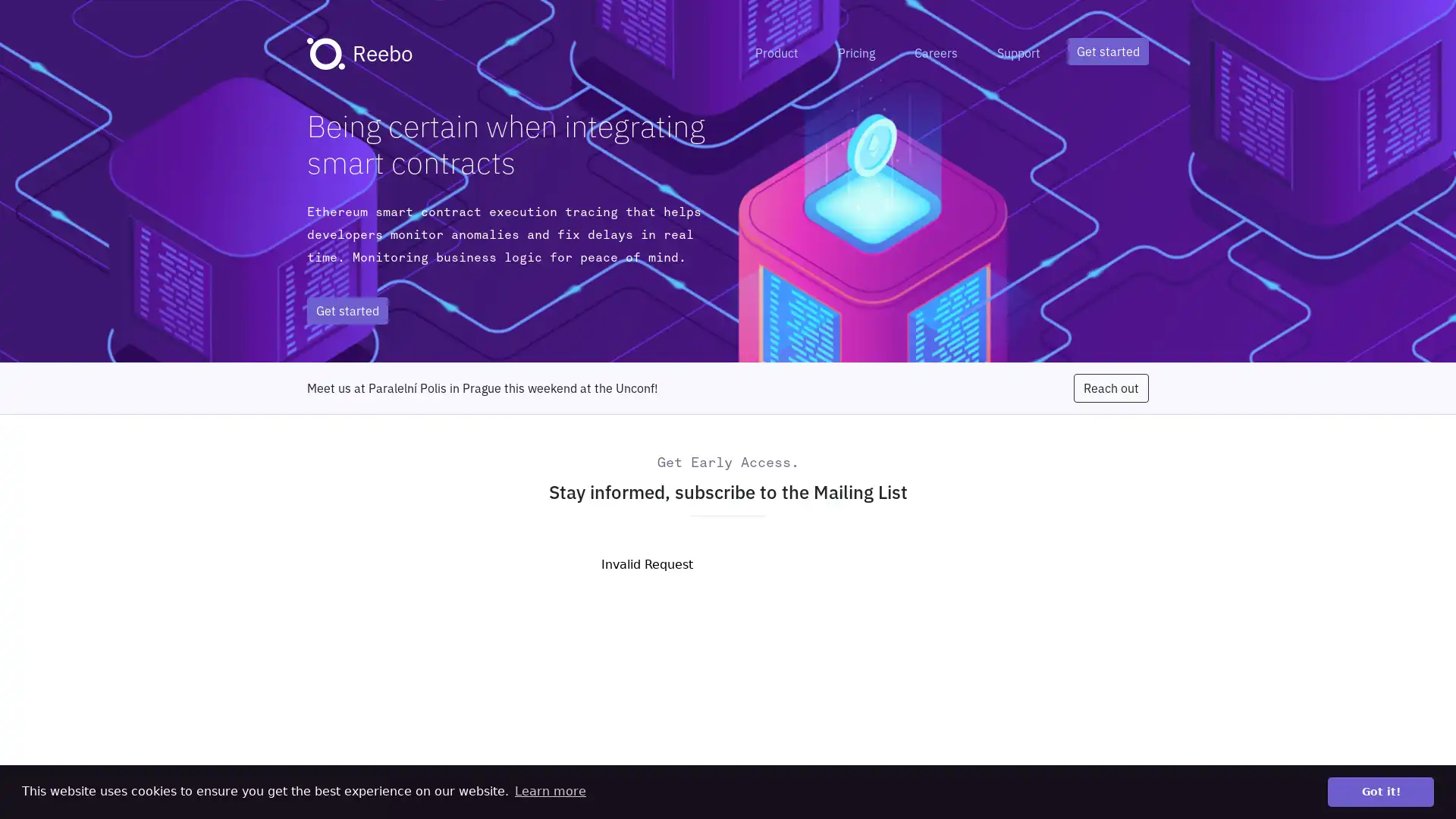 The width and height of the screenshot is (1456, 819). Describe the element at coordinates (1108, 51) in the screenshot. I see `Get started` at that location.